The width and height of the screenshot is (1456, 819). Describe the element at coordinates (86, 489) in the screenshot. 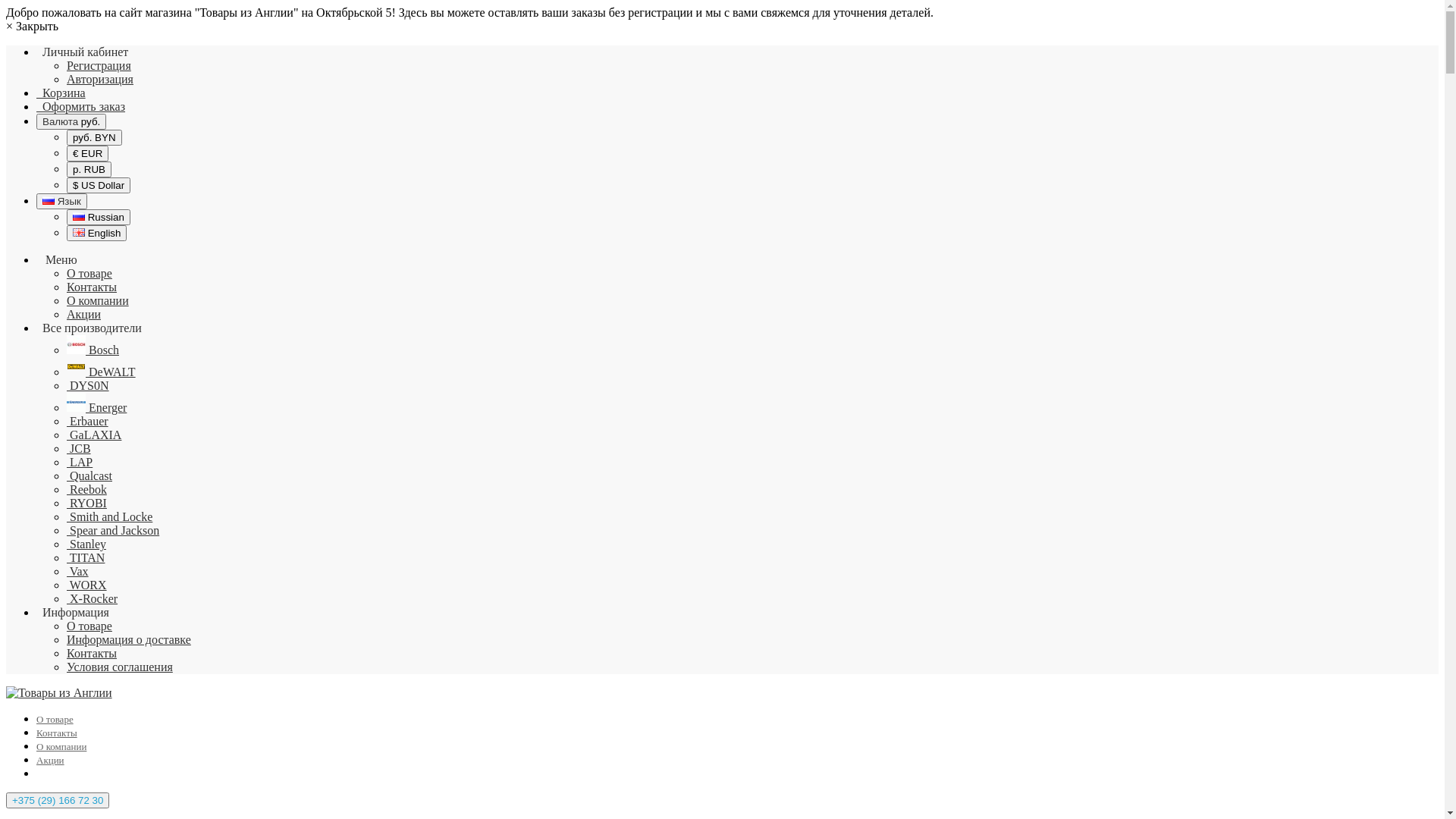

I see `'Reebok'` at that location.